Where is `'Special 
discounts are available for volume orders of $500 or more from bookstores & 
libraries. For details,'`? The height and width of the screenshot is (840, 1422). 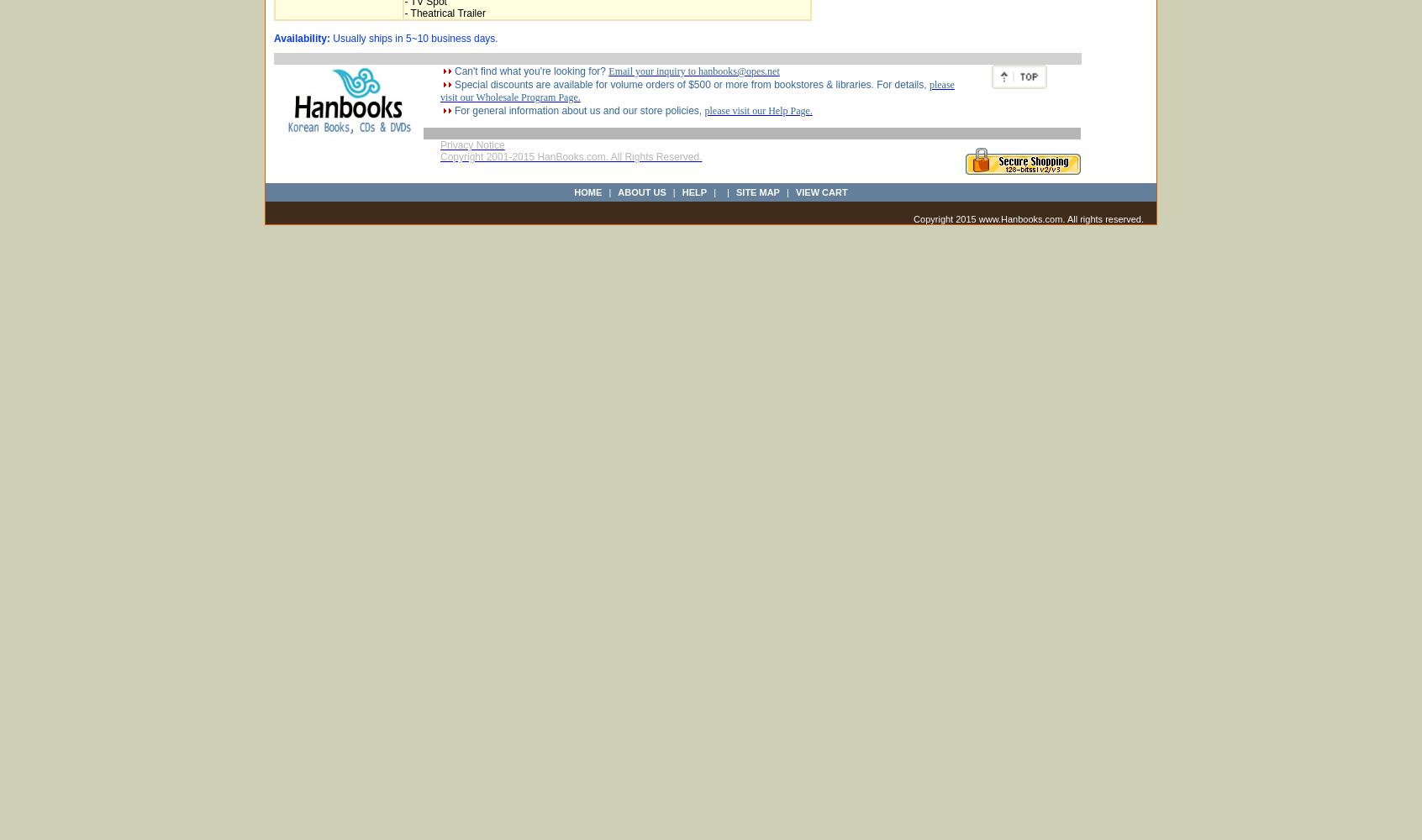 'Special 
discounts are available for volume orders of $500 or more from bookstores & 
libraries. For details,' is located at coordinates (691, 84).